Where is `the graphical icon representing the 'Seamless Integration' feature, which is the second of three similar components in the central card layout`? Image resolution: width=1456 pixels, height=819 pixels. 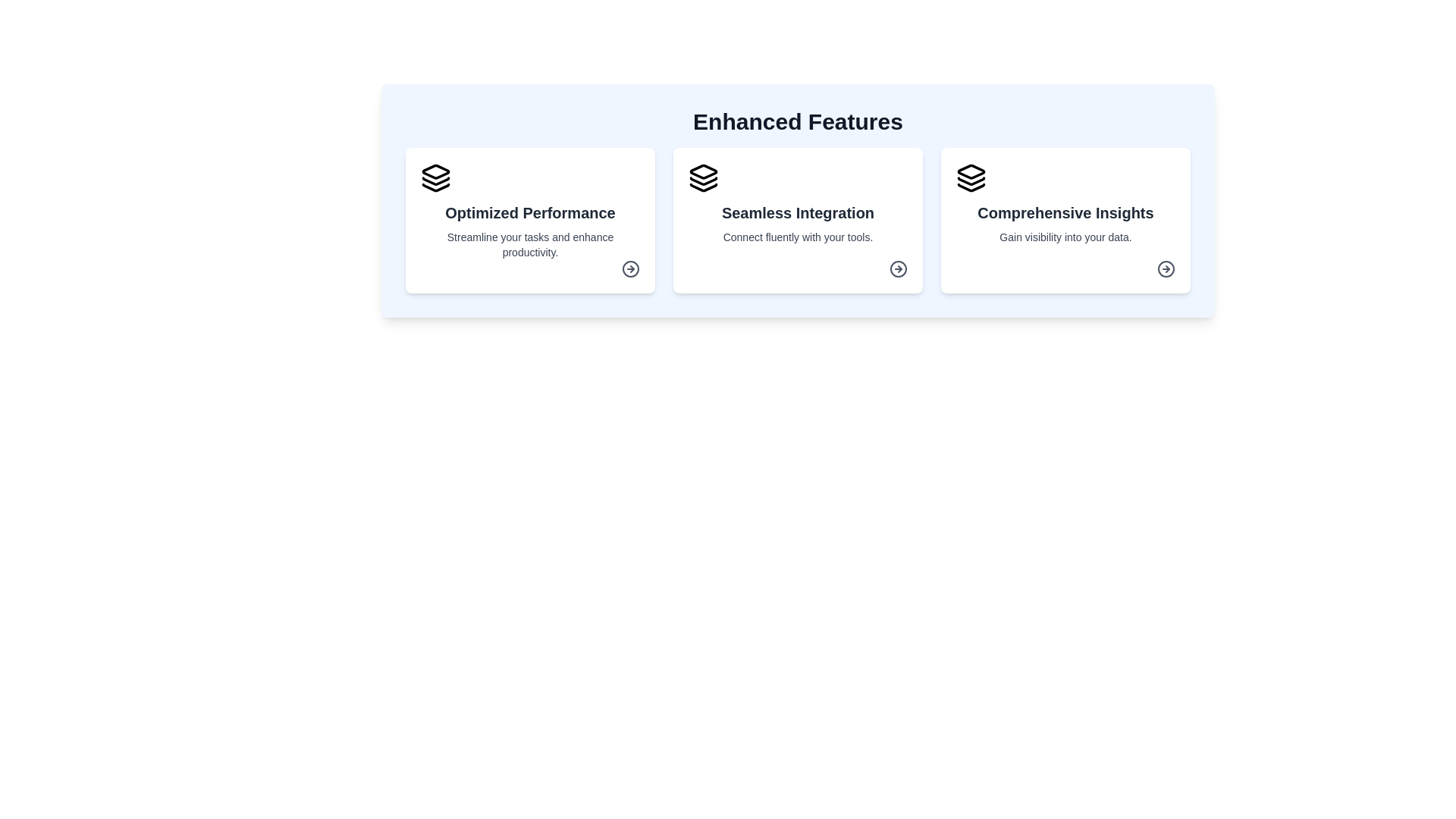 the graphical icon representing the 'Seamless Integration' feature, which is the second of three similar components in the central card layout is located at coordinates (702, 180).